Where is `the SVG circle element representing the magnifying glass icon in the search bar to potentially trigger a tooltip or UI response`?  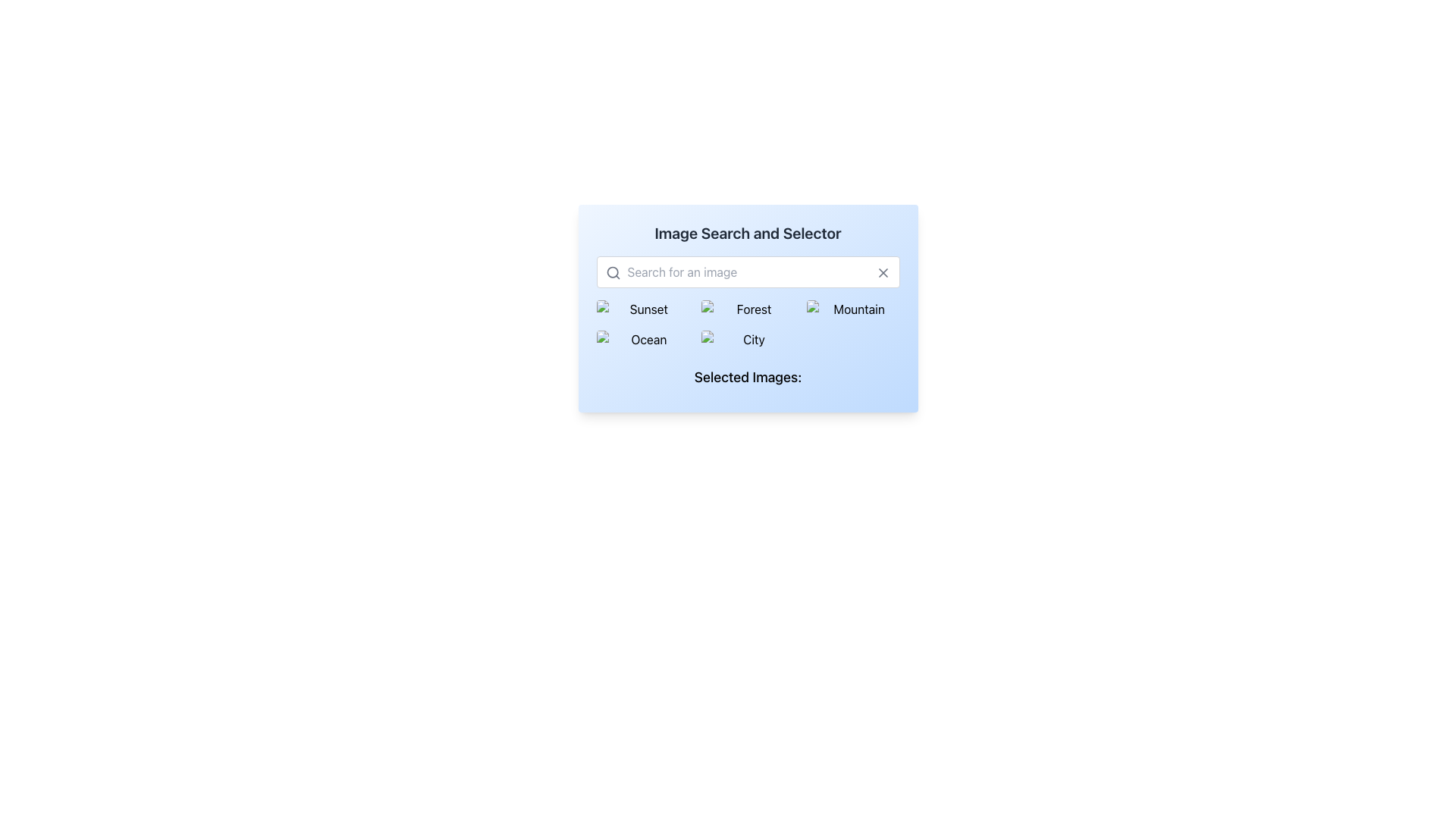 the SVG circle element representing the magnifying glass icon in the search bar to potentially trigger a tooltip or UI response is located at coordinates (612, 271).